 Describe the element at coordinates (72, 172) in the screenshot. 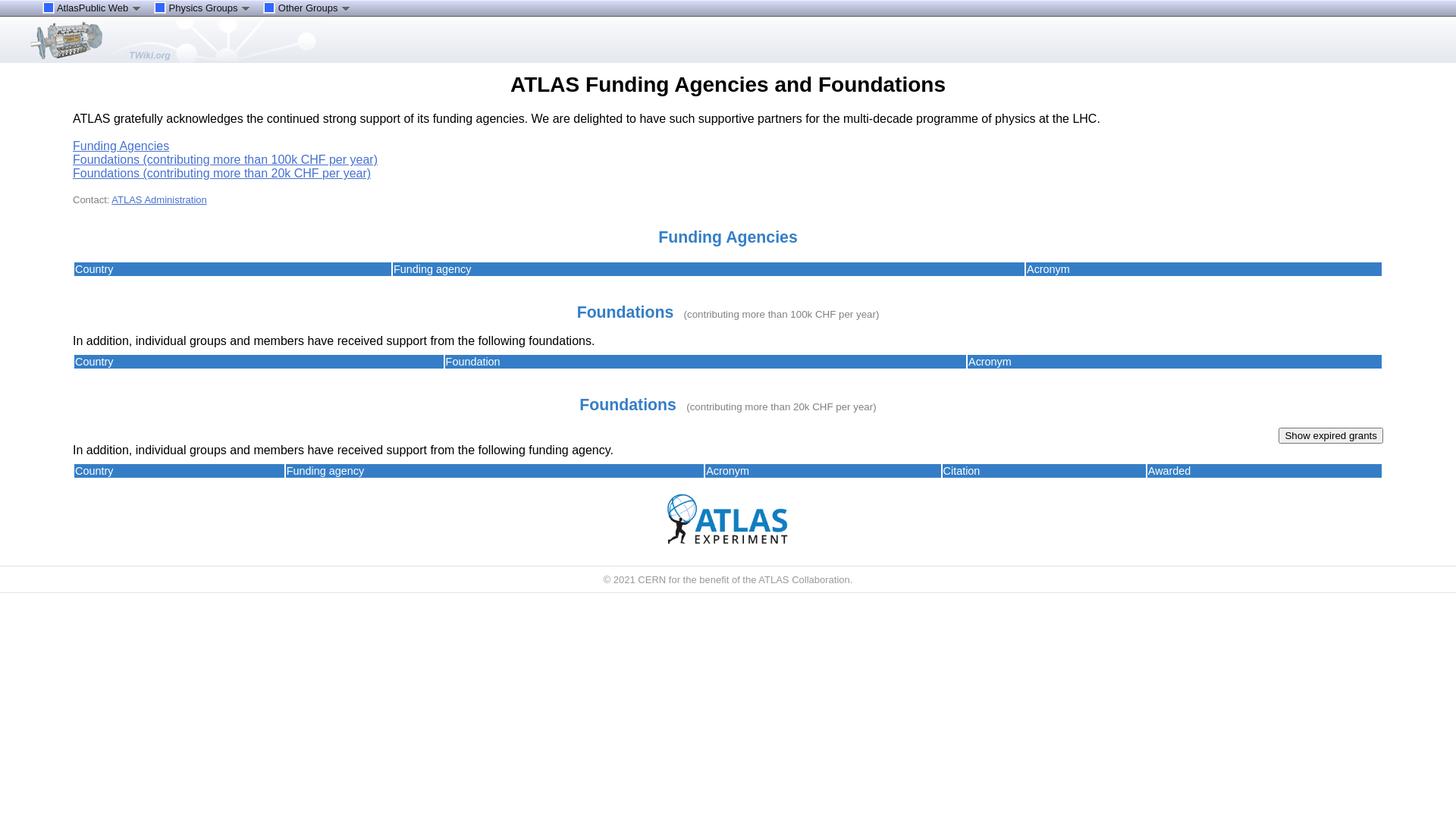

I see `'Foundations (contributing more than 20k CHF per year)'` at that location.